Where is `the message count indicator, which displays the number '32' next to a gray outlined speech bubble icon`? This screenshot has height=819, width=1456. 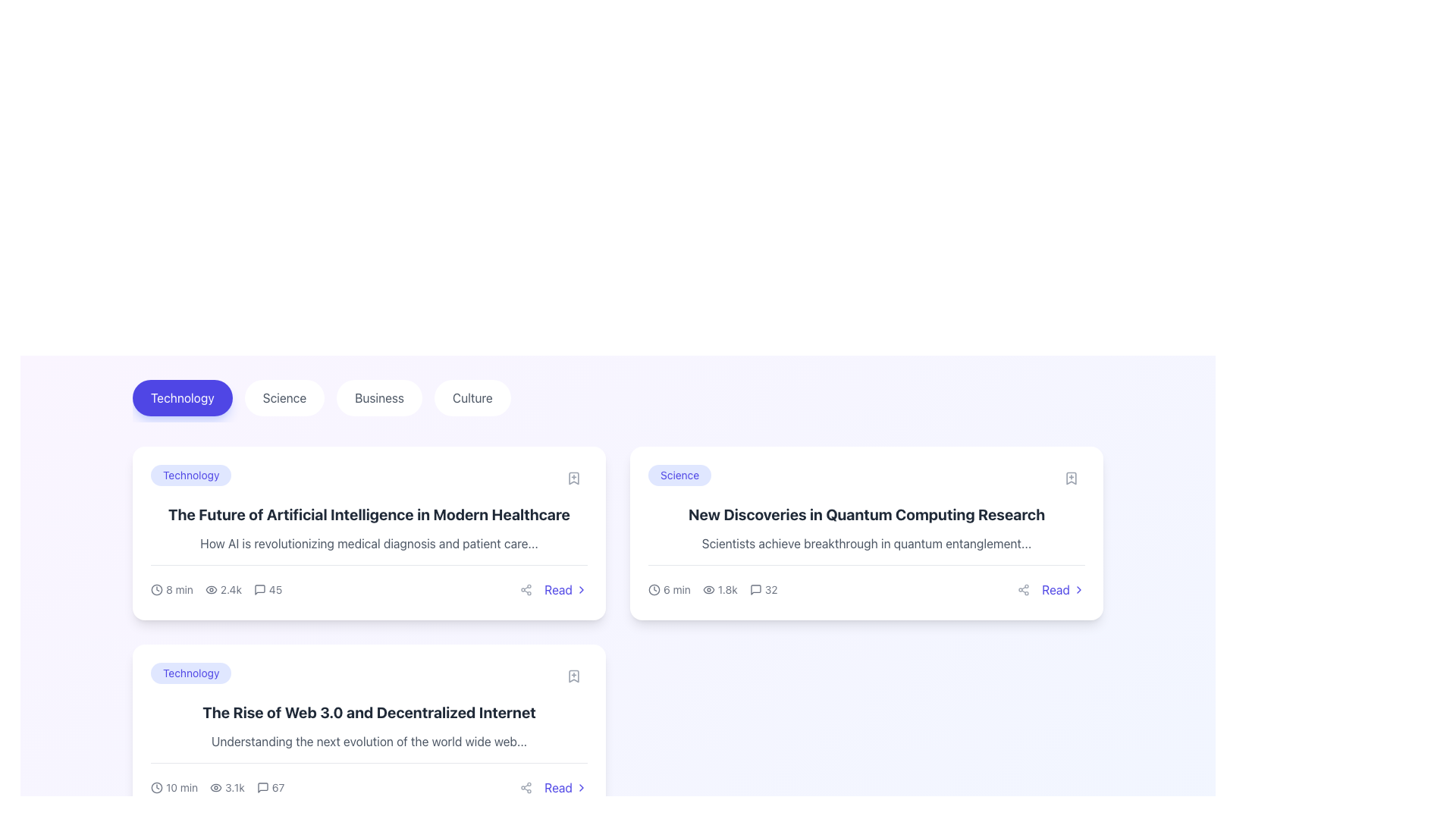 the message count indicator, which displays the number '32' next to a gray outlined speech bubble icon is located at coordinates (764, 589).